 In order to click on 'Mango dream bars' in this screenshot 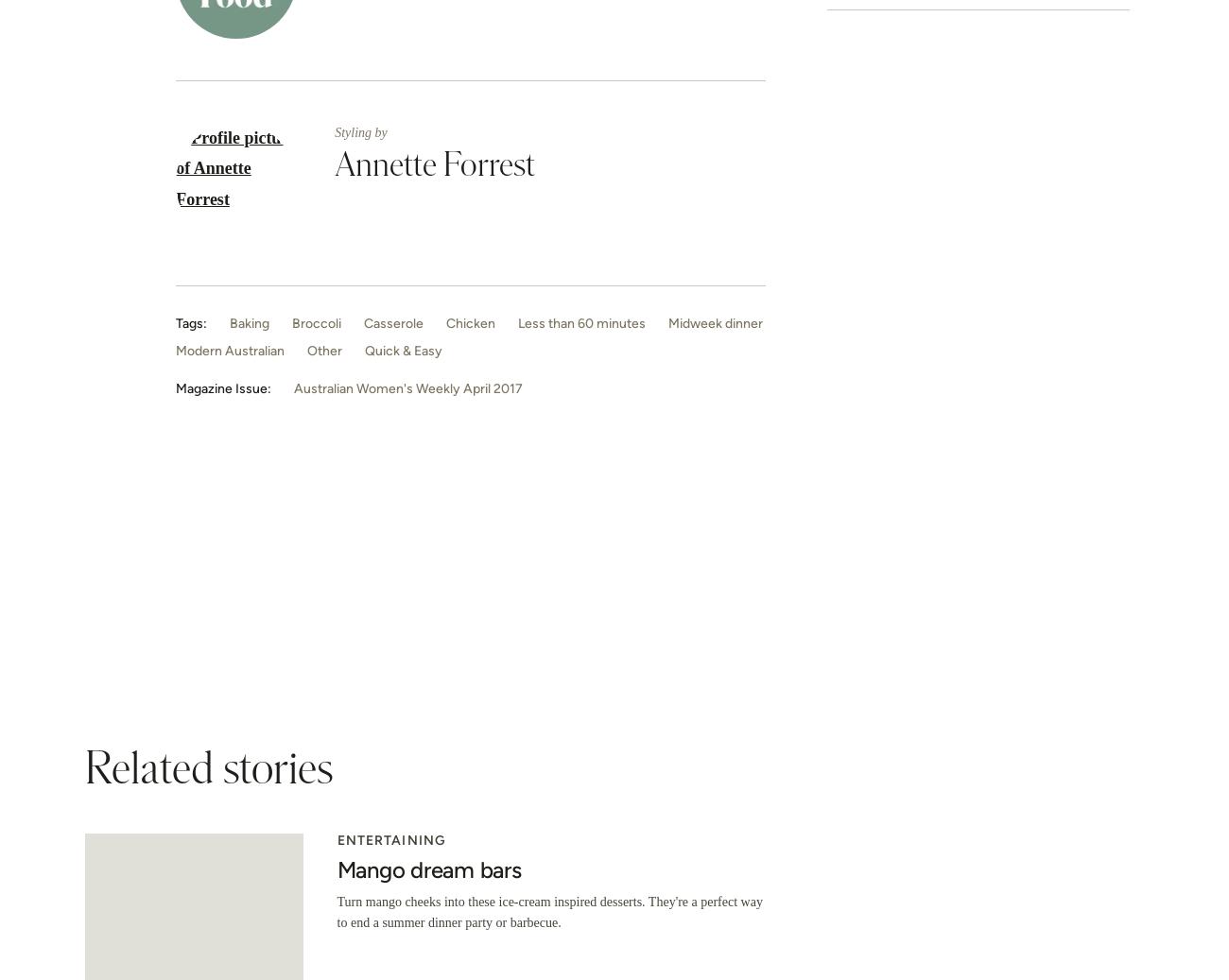, I will do `click(427, 868)`.